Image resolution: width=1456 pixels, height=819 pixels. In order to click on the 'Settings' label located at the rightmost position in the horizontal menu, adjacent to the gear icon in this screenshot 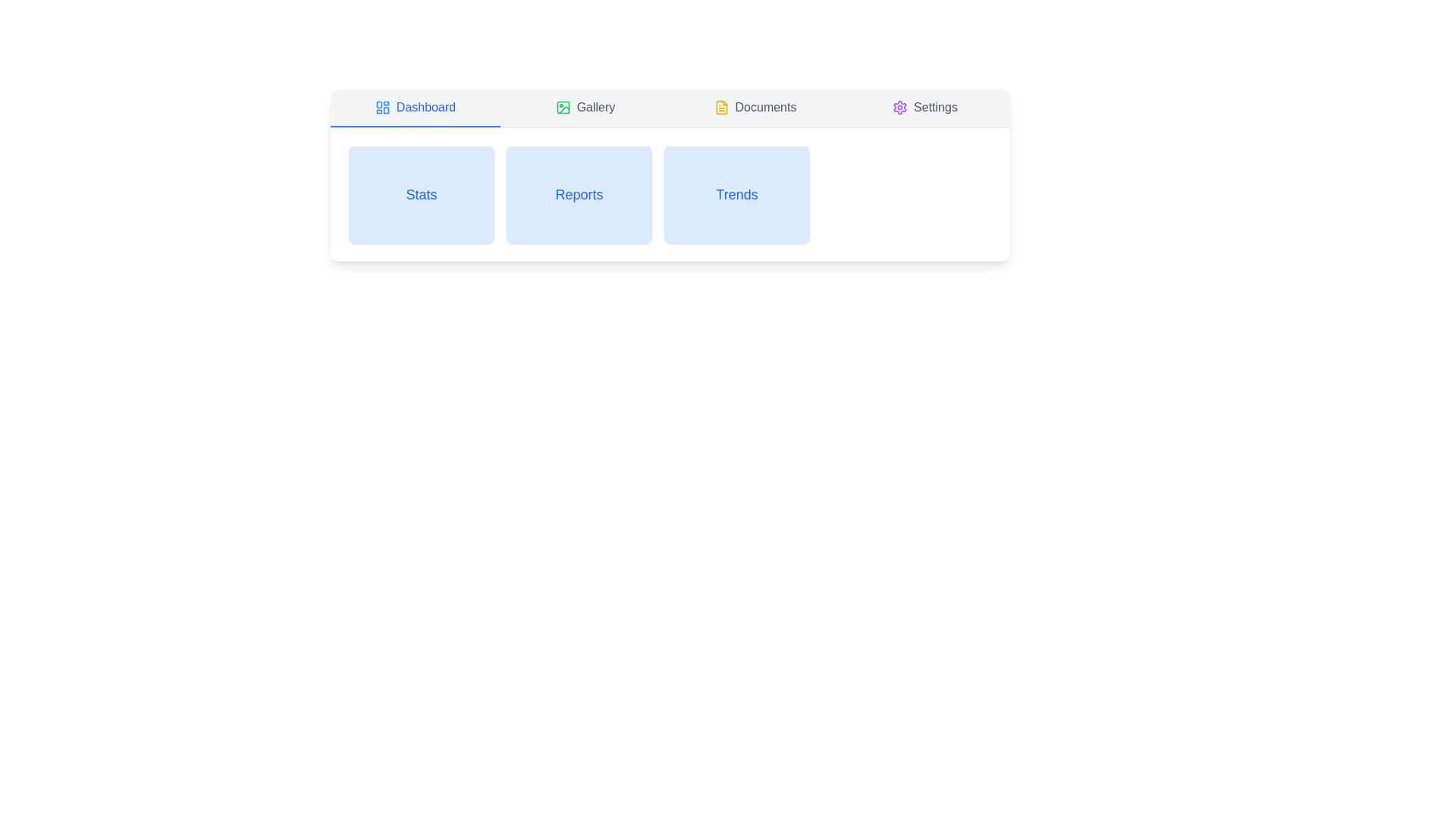, I will do `click(934, 107)`.